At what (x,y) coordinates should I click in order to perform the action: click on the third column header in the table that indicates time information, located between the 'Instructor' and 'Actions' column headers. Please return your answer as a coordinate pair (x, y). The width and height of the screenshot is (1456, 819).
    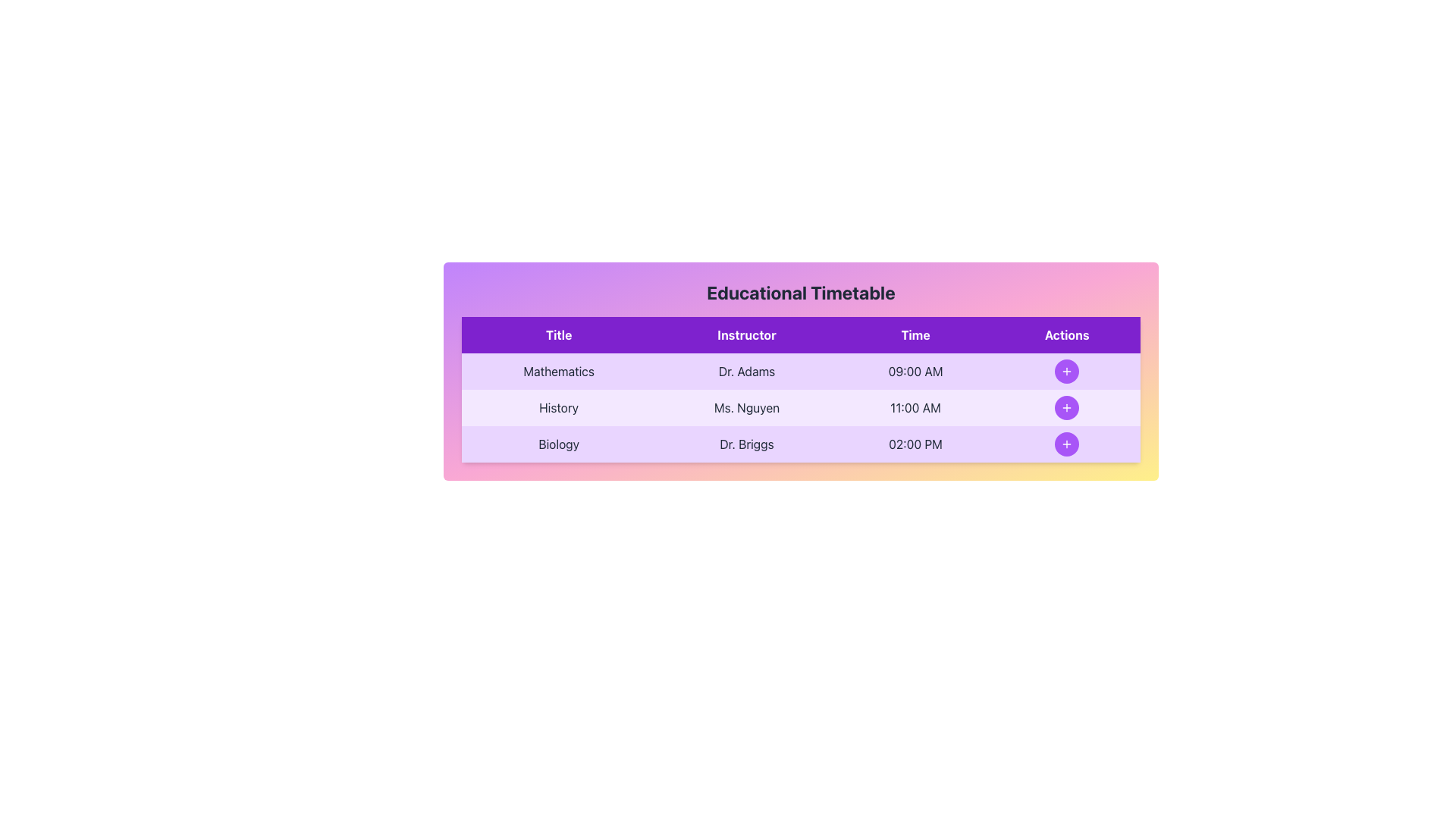
    Looking at the image, I should click on (915, 334).